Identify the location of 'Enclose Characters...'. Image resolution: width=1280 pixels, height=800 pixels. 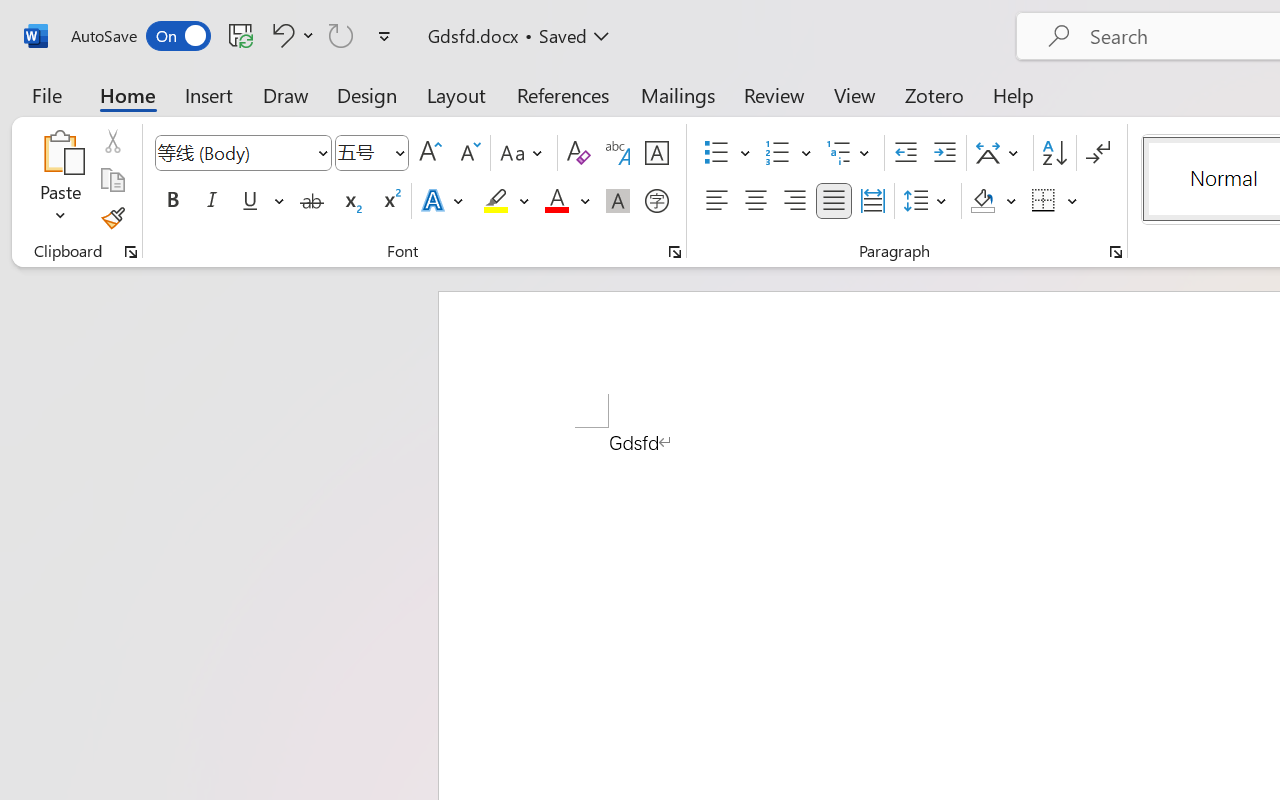
(656, 201).